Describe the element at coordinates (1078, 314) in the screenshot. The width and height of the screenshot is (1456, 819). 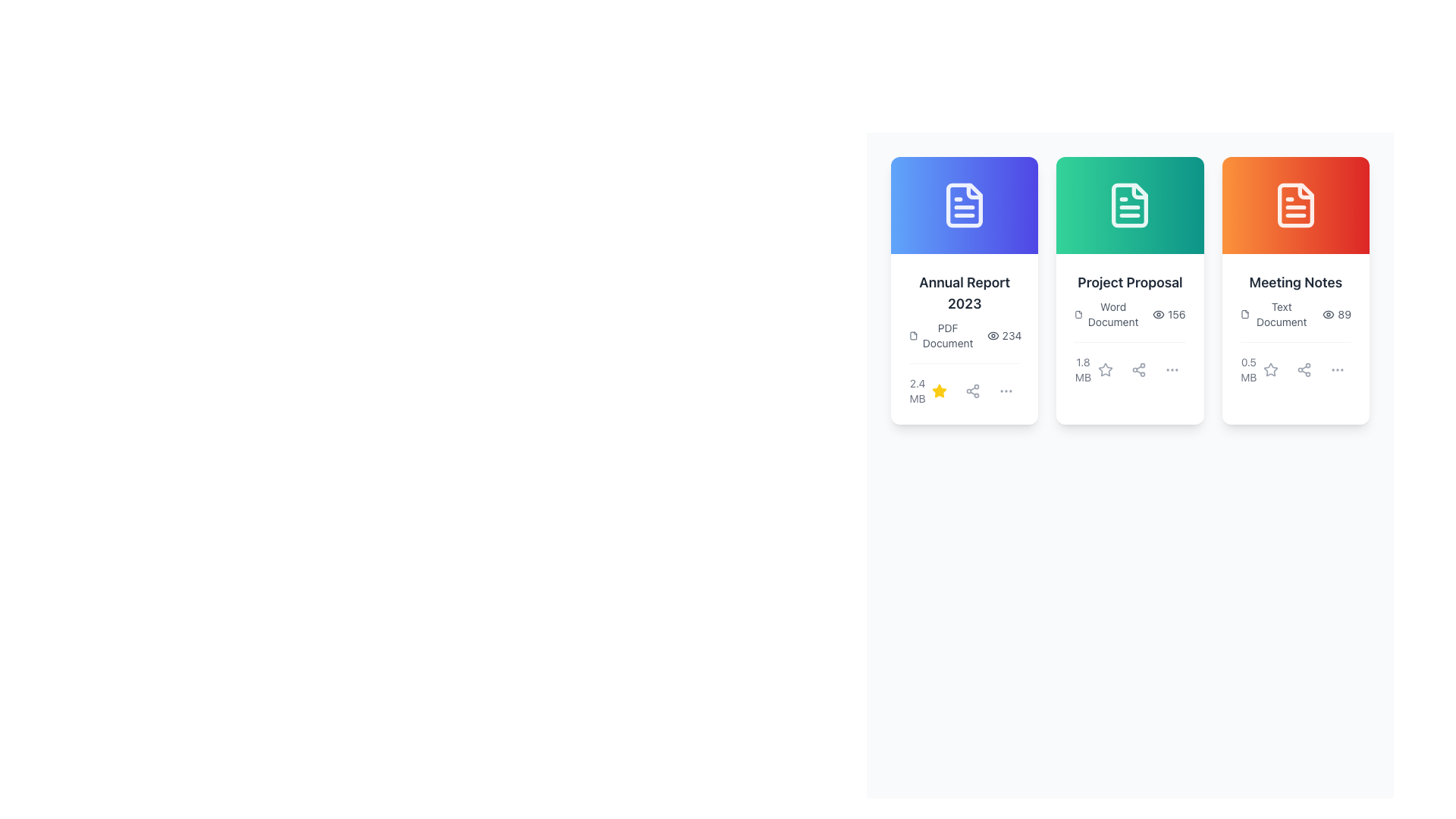
I see `the Word file icon, which is the leftmost part of the group next to the text 'Word Document' in the 'Project Proposal' card` at that location.